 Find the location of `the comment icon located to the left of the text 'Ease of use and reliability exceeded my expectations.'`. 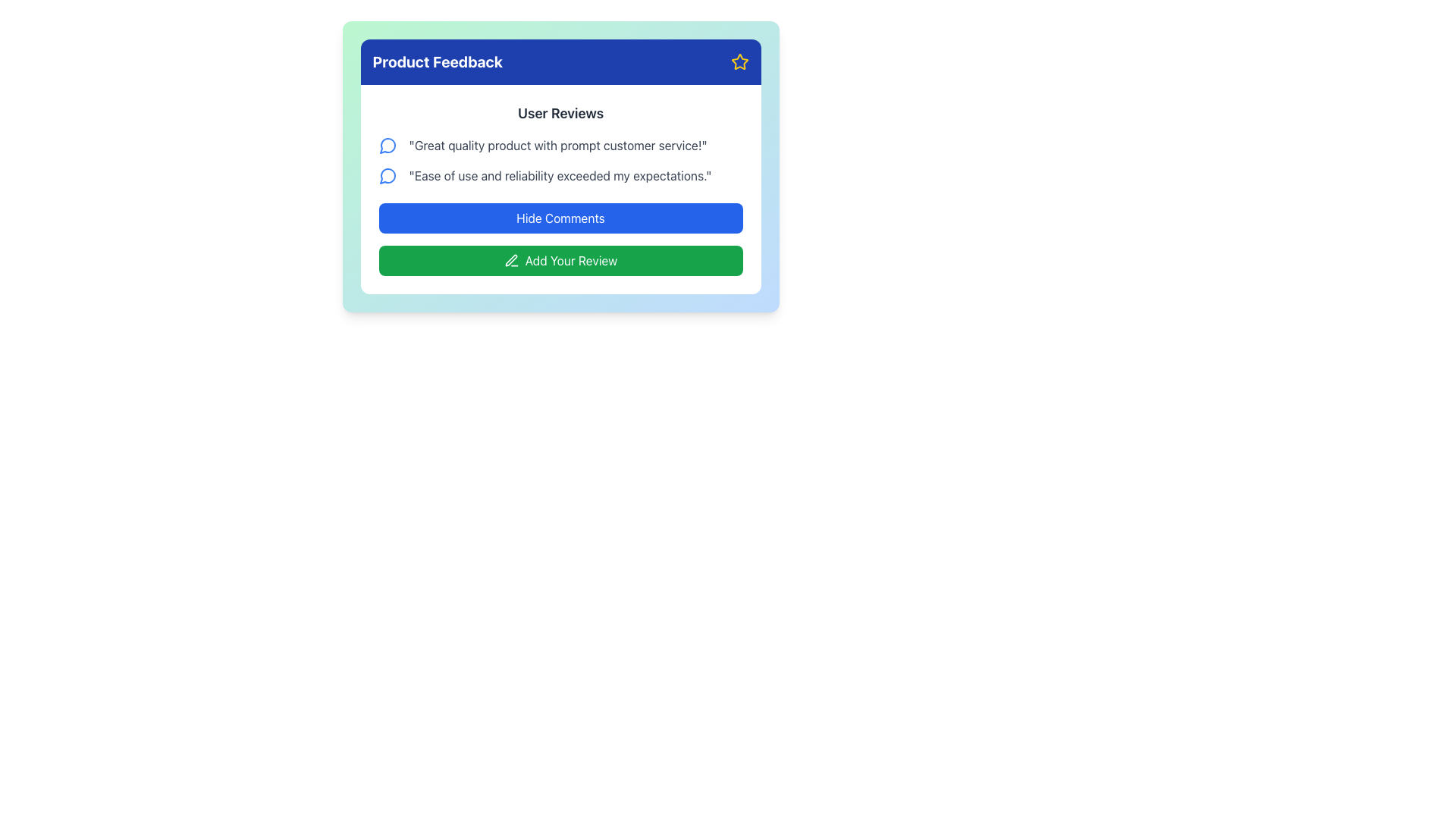

the comment icon located to the left of the text 'Ease of use and reliability exceeded my expectations.' is located at coordinates (388, 174).